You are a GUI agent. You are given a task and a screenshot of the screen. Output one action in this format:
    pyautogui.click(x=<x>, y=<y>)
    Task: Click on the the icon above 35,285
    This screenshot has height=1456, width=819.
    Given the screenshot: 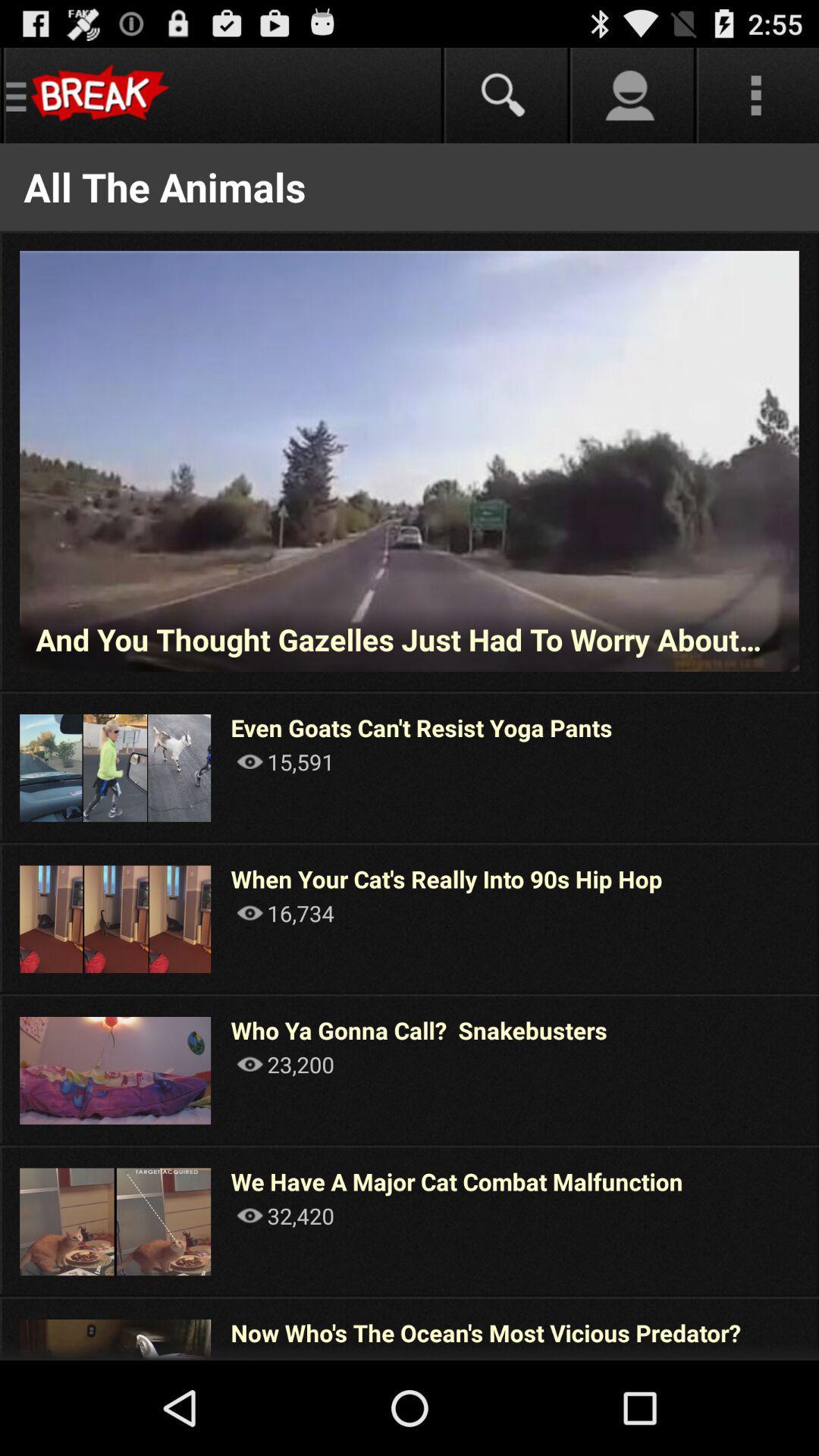 What is the action you would take?
    pyautogui.click(x=485, y=1332)
    